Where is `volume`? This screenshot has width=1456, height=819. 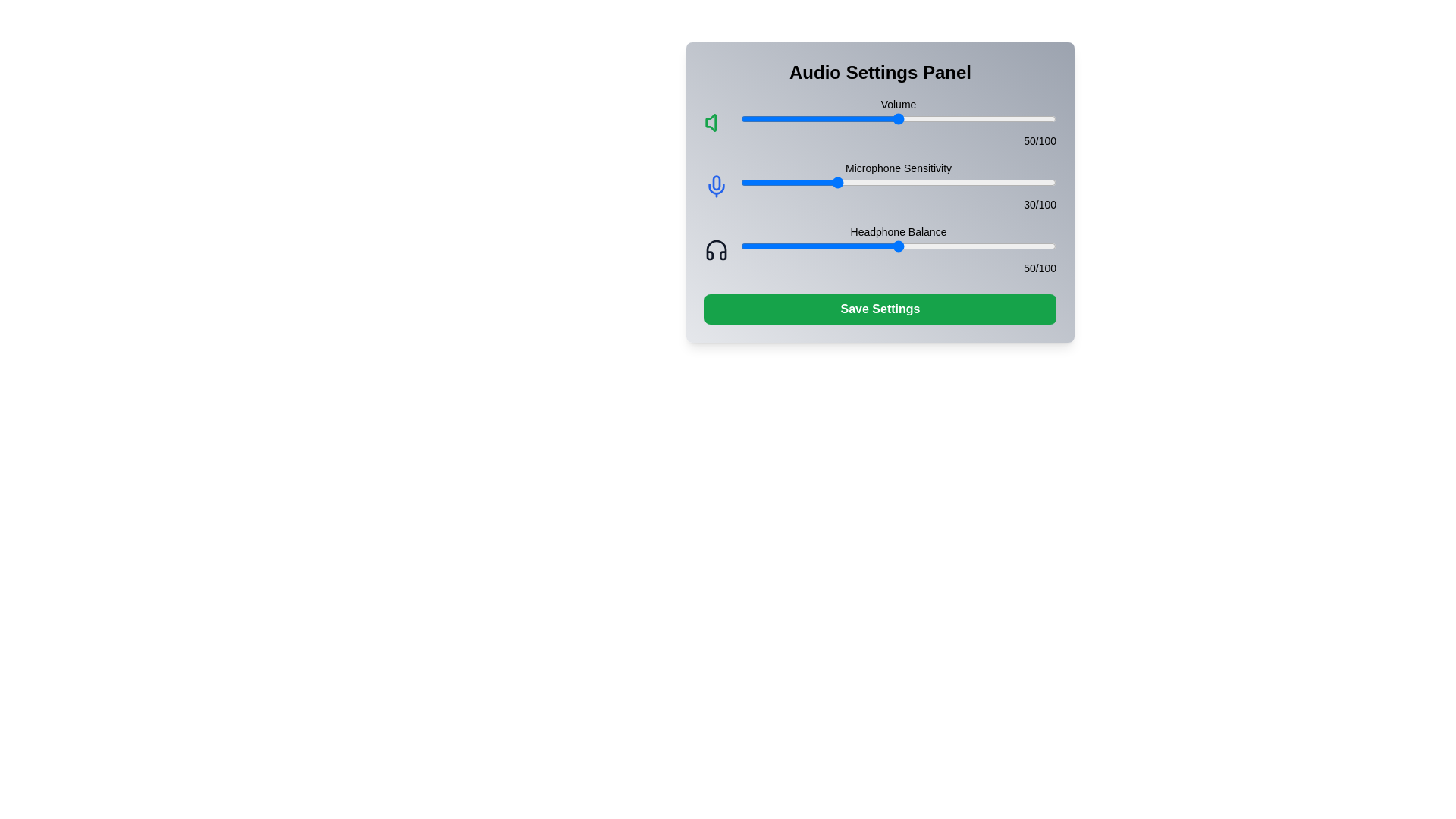 volume is located at coordinates (788, 118).